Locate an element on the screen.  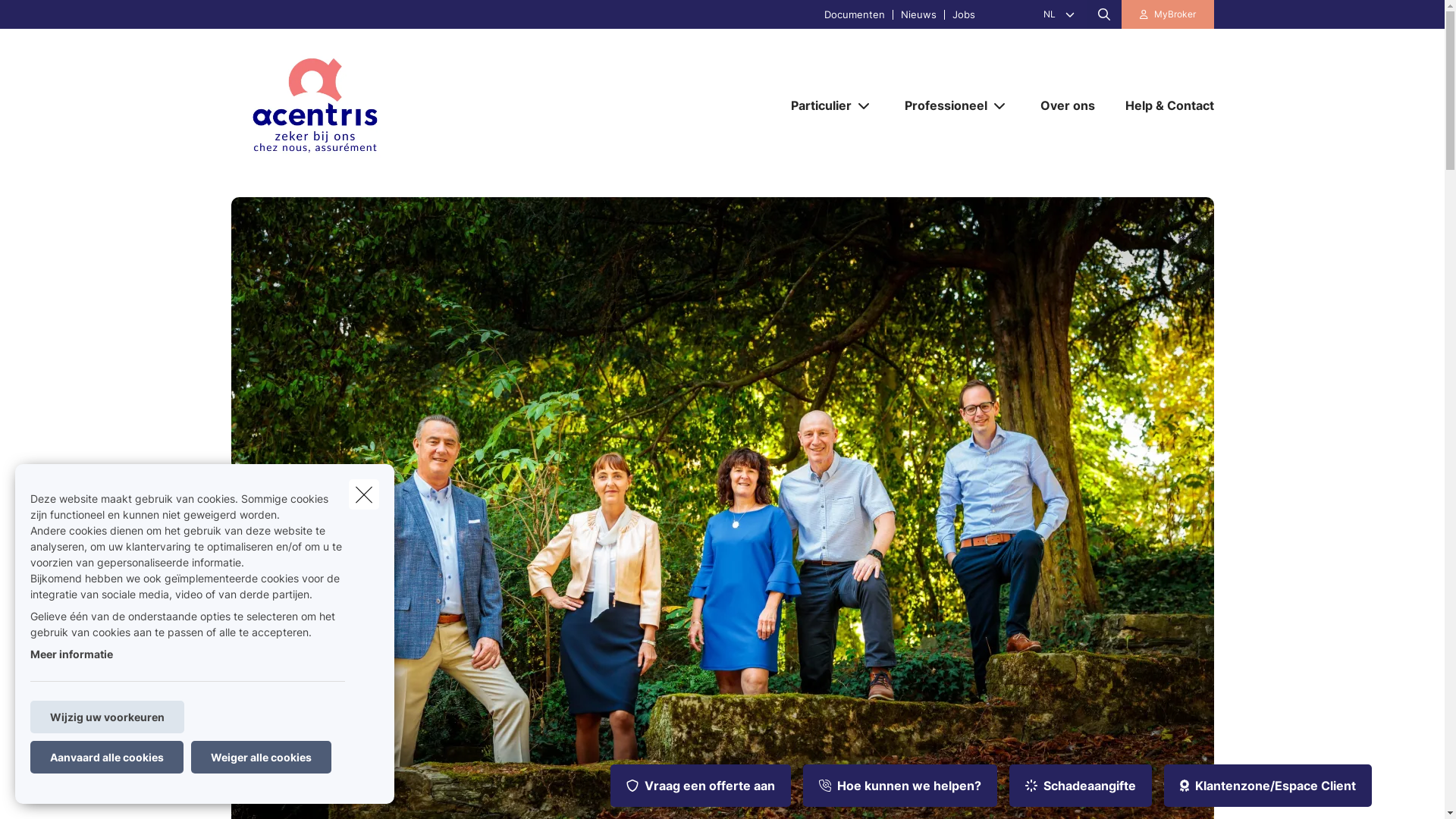
'Weiger alle cookies' is located at coordinates (261, 757).